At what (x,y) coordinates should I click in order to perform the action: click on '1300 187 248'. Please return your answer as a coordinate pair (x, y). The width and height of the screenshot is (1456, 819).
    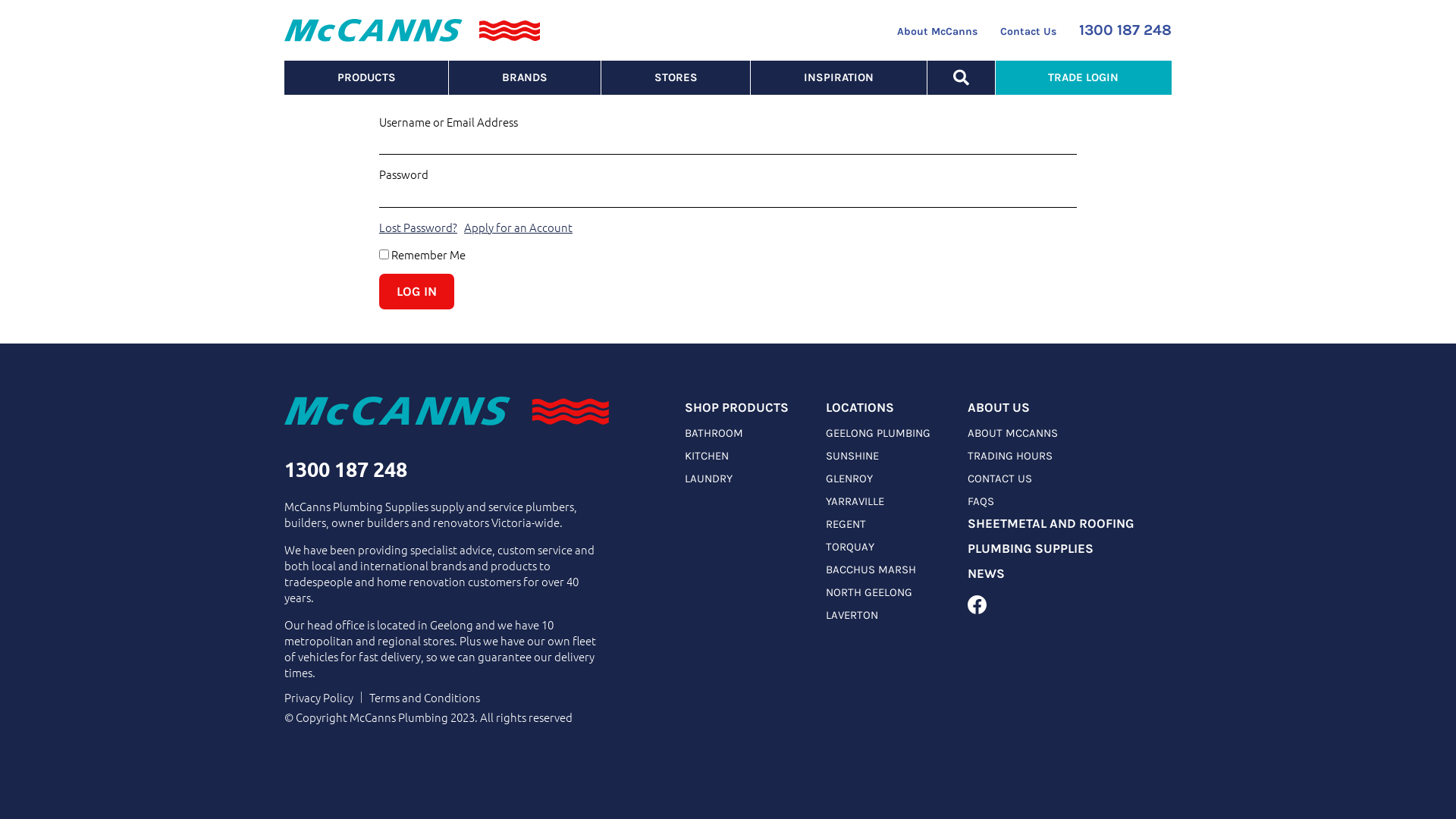
    Looking at the image, I should click on (345, 468).